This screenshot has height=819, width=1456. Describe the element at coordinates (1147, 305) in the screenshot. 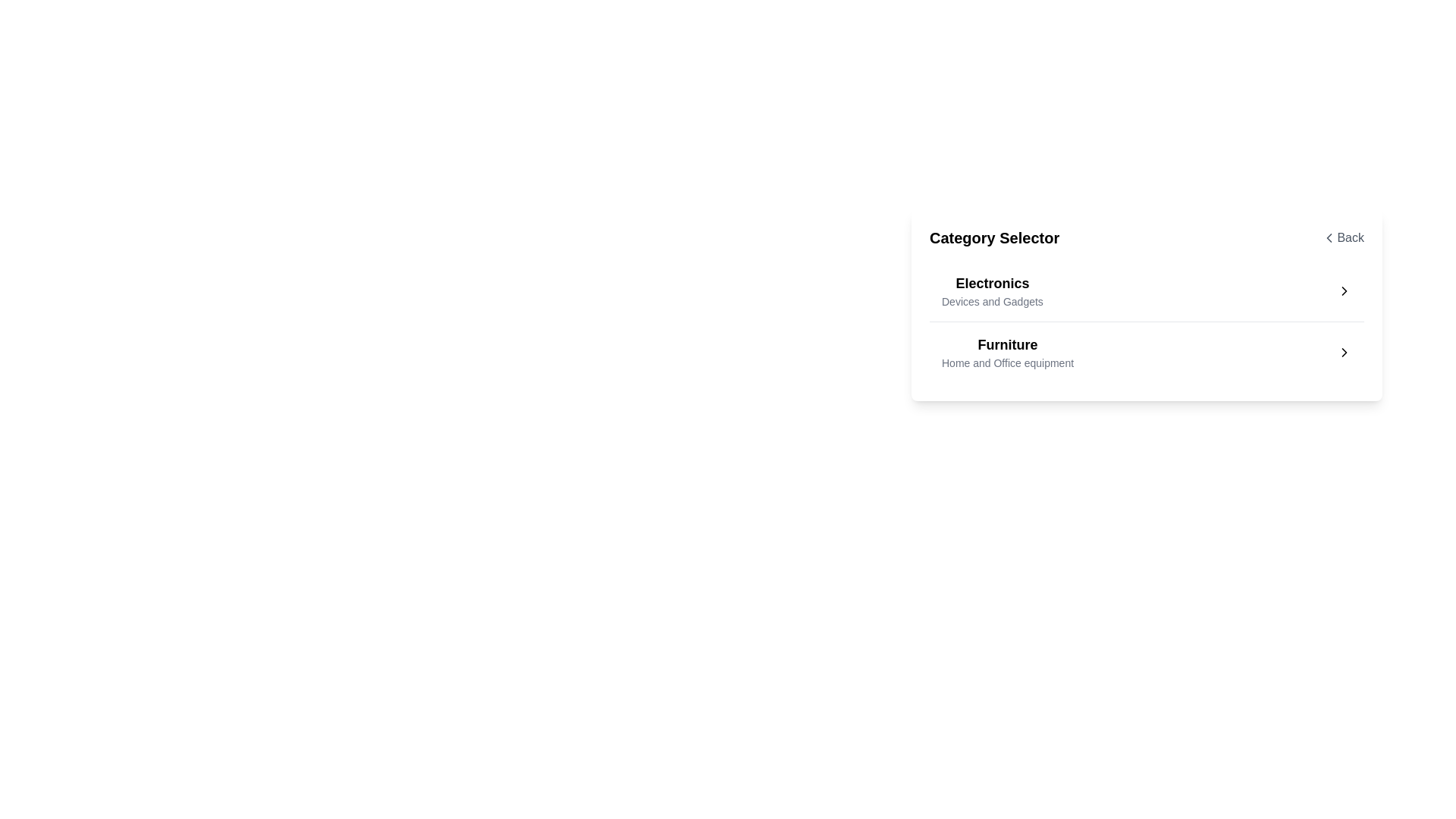

I see `a row in the category selection panel located in the upper-middle area of the interface` at that location.